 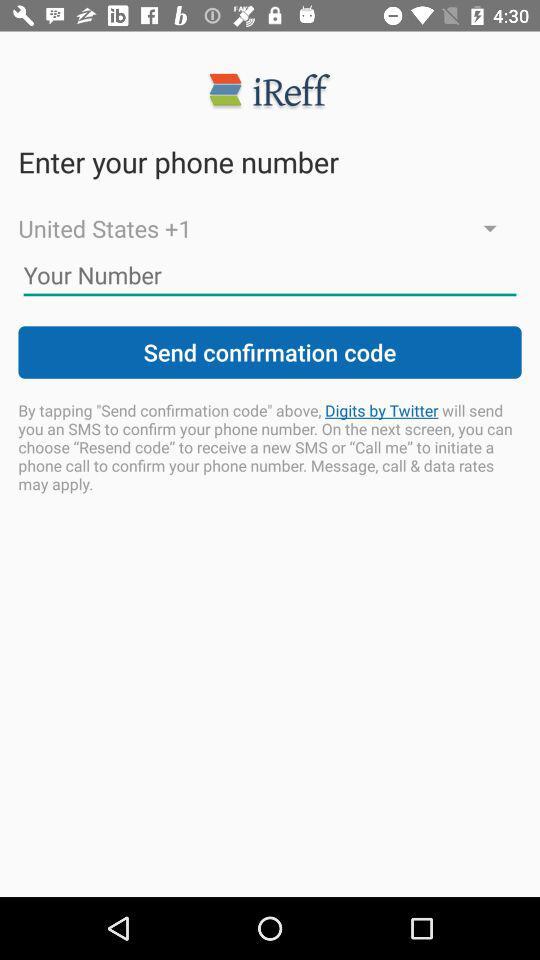 What do you see at coordinates (270, 228) in the screenshot?
I see `the icon below enter your phone` at bounding box center [270, 228].